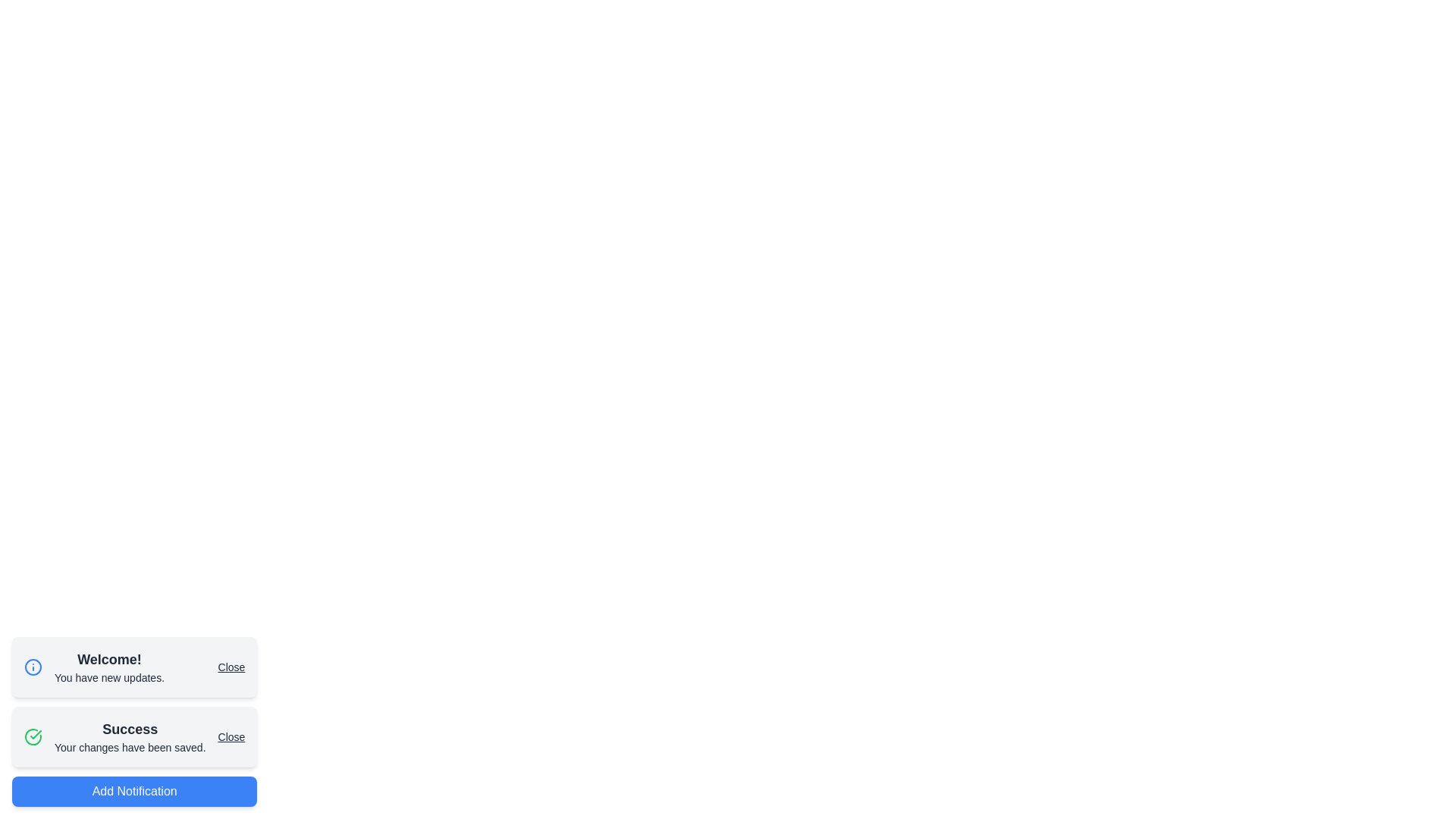  What do you see at coordinates (33, 666) in the screenshot?
I see `the central circle of the 'info' icon, which visually enhances the notification message for 'Welcome!'` at bounding box center [33, 666].